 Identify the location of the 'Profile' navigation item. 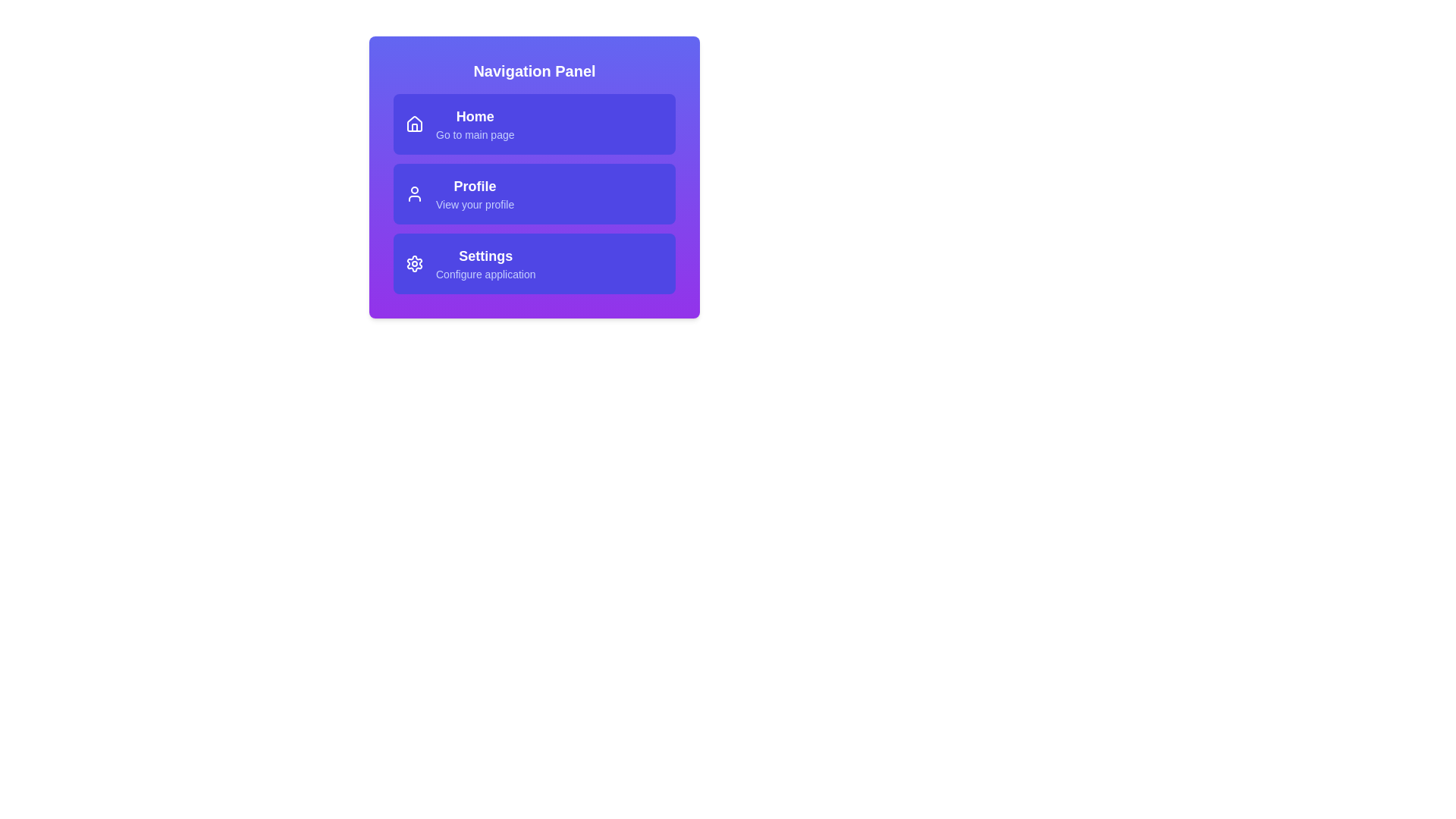
(535, 193).